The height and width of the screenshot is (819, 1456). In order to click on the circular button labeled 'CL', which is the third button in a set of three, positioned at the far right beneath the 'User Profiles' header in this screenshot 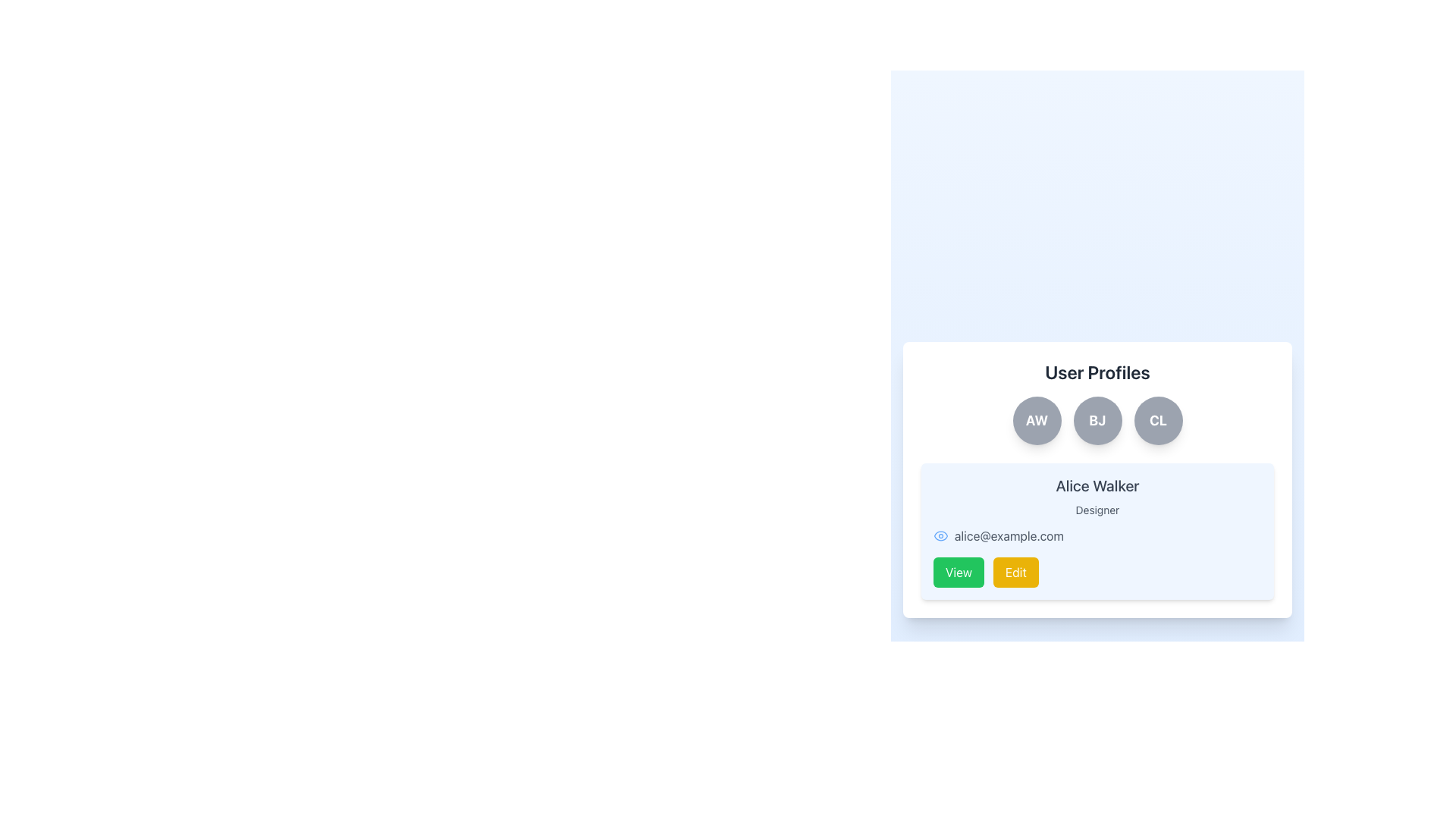, I will do `click(1157, 421)`.